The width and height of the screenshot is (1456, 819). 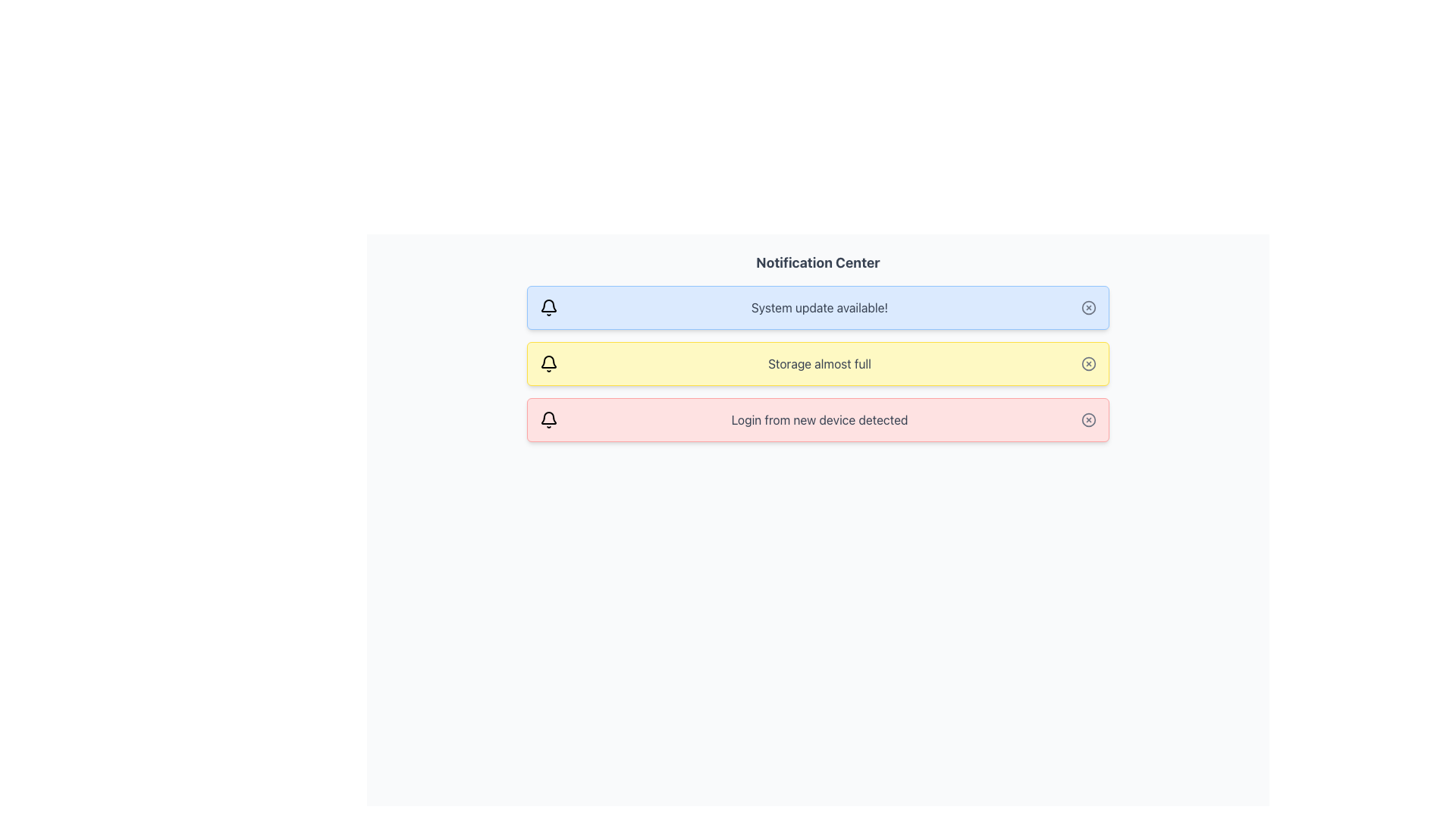 What do you see at coordinates (548, 420) in the screenshot?
I see `the bell icon representing notifications, located within the red notification card that contains the text 'Login from new device detected'` at bounding box center [548, 420].